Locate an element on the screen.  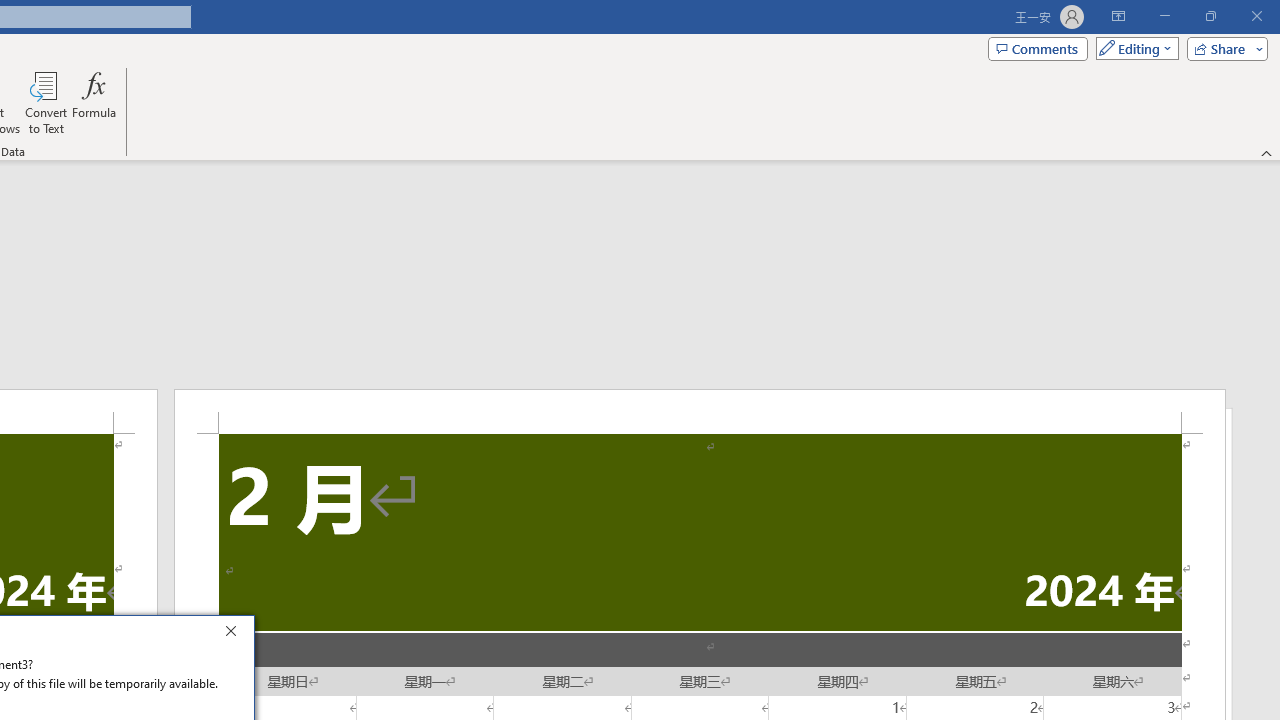
'Comments' is located at coordinates (1038, 47).